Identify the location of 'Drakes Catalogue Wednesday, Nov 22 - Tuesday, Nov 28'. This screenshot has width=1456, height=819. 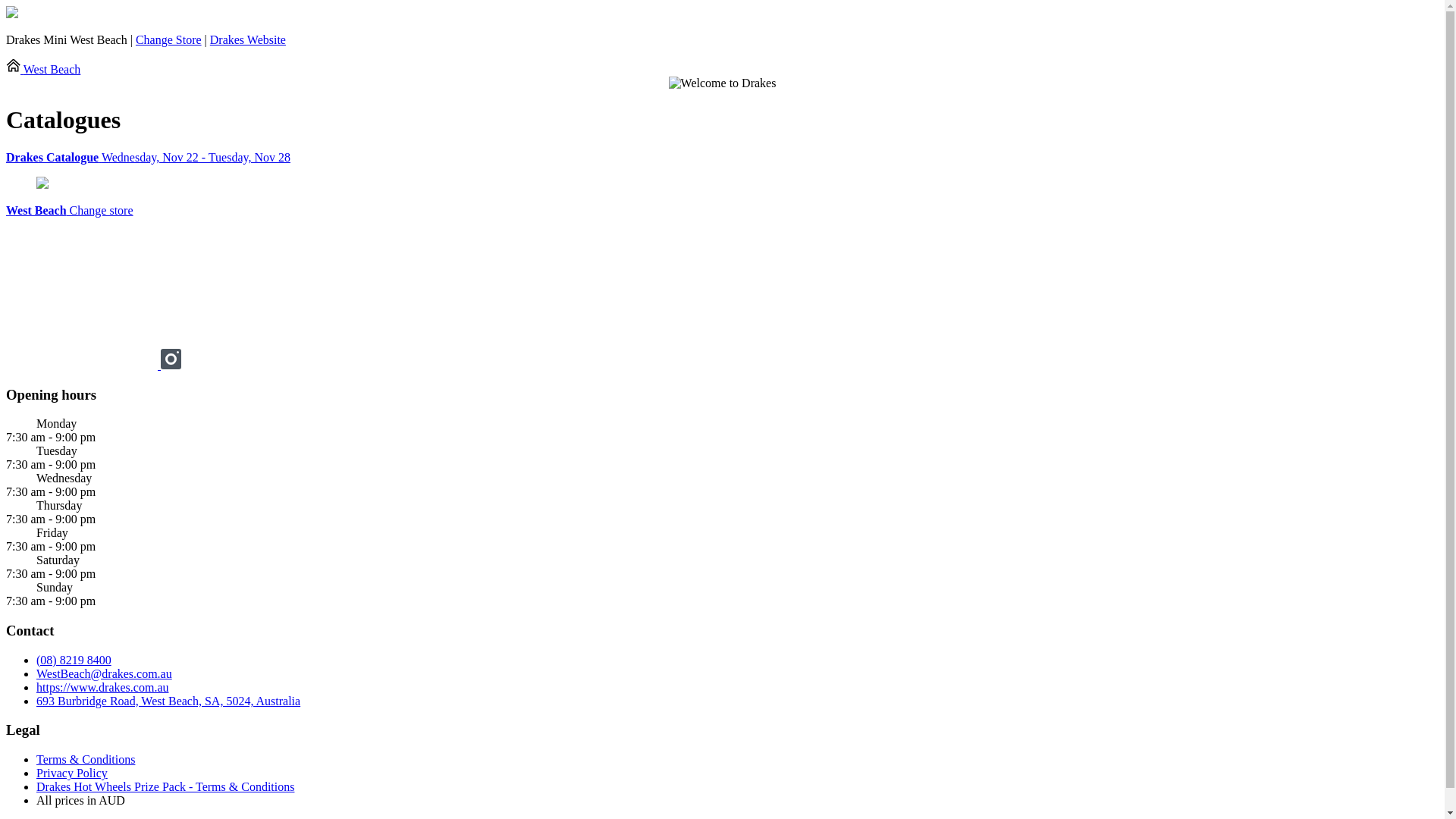
(721, 157).